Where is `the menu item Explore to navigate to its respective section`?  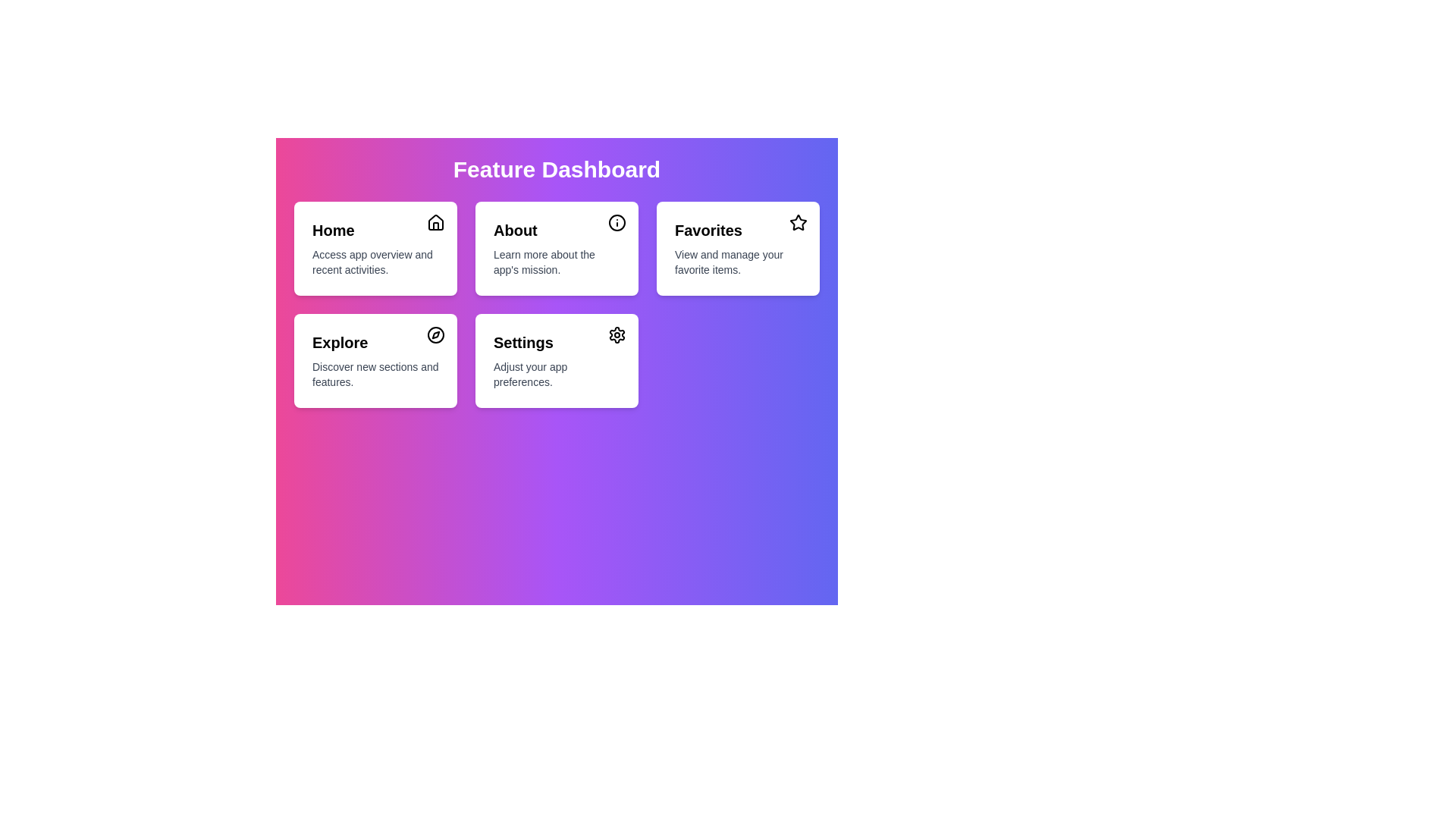
the menu item Explore to navigate to its respective section is located at coordinates (375, 360).